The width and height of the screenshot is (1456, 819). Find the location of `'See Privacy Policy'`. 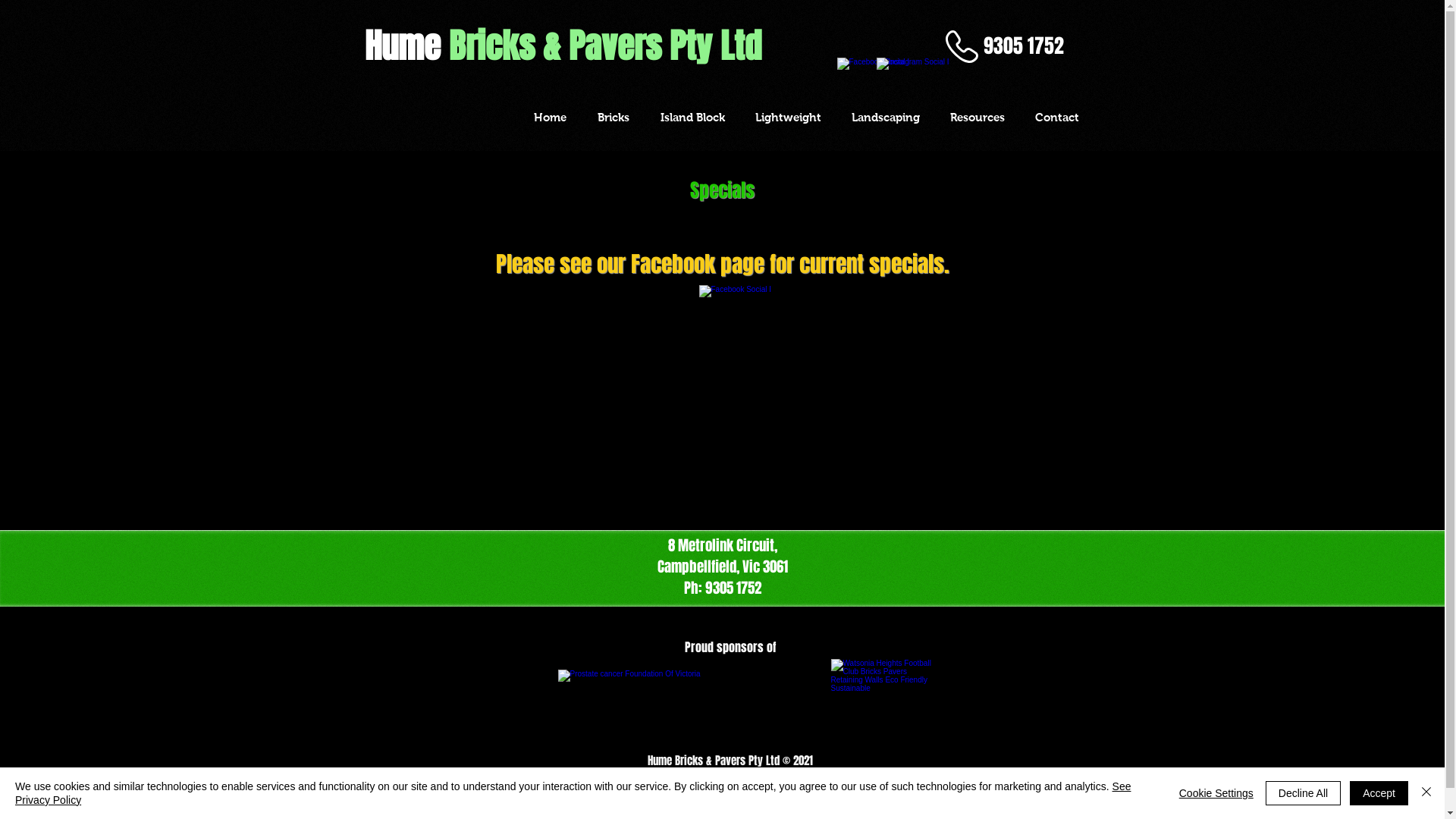

'See Privacy Policy' is located at coordinates (14, 792).